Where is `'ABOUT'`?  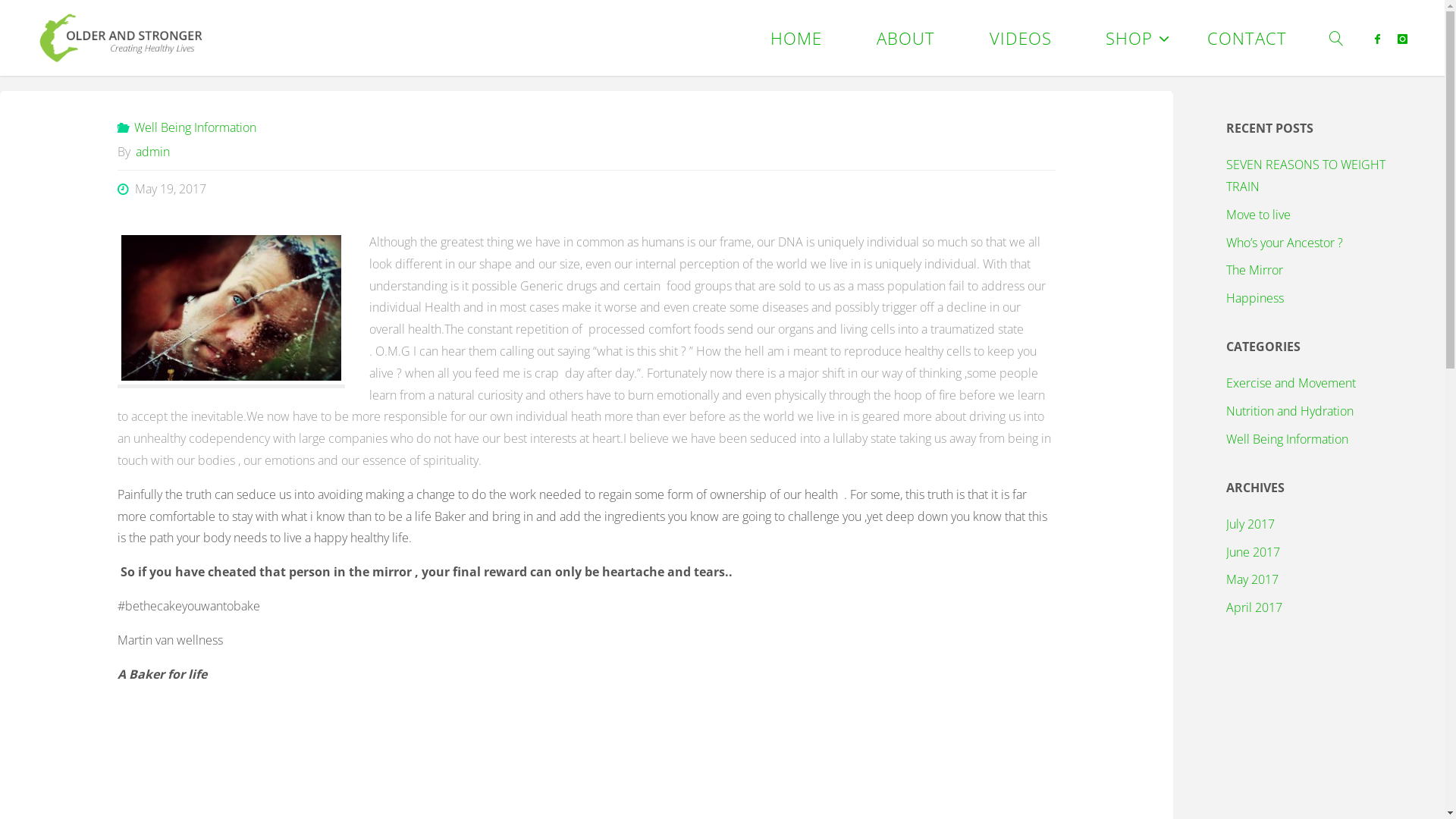 'ABOUT' is located at coordinates (905, 37).